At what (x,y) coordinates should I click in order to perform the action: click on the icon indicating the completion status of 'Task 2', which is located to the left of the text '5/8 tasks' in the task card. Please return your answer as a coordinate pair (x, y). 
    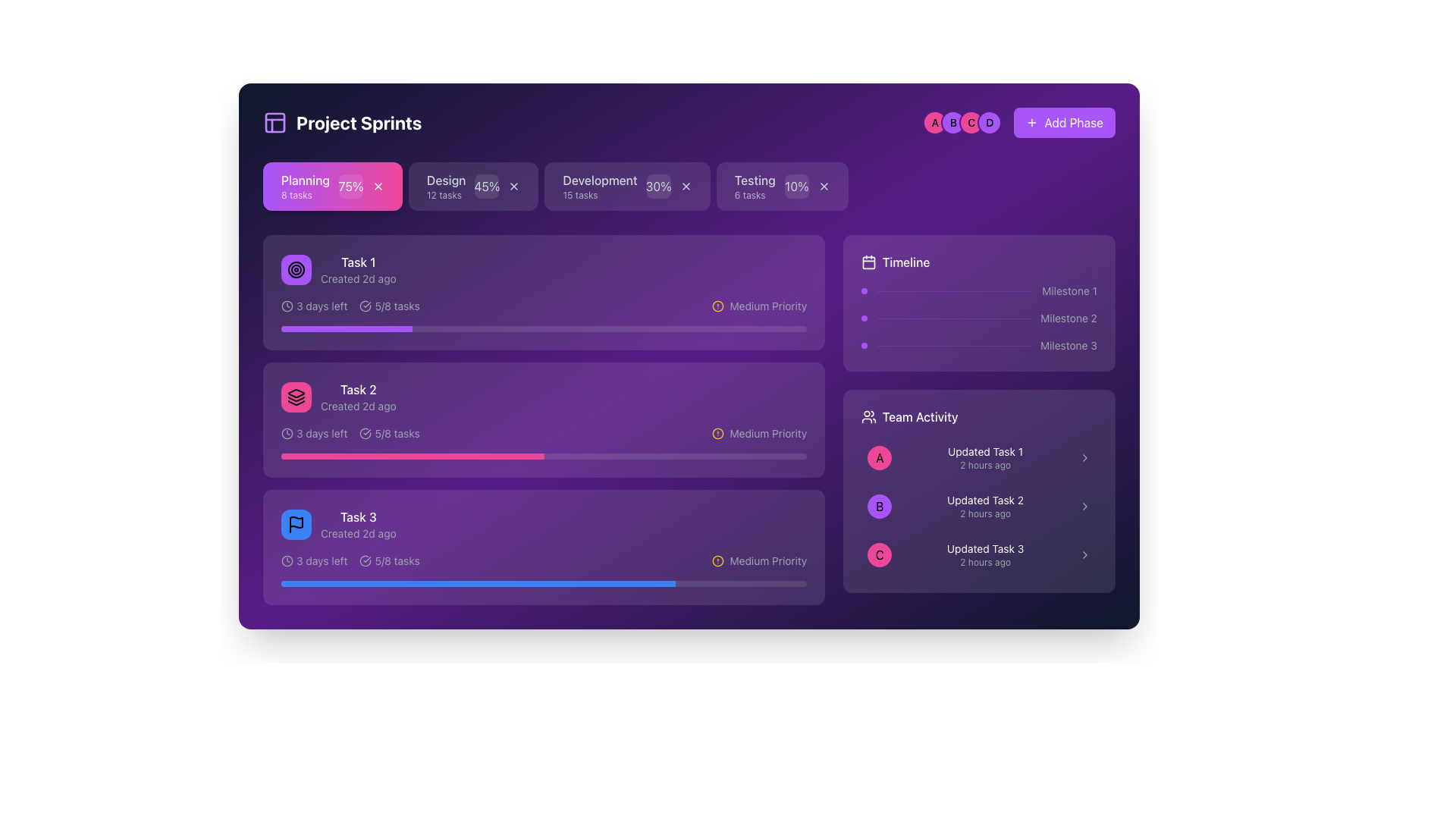
    Looking at the image, I should click on (366, 433).